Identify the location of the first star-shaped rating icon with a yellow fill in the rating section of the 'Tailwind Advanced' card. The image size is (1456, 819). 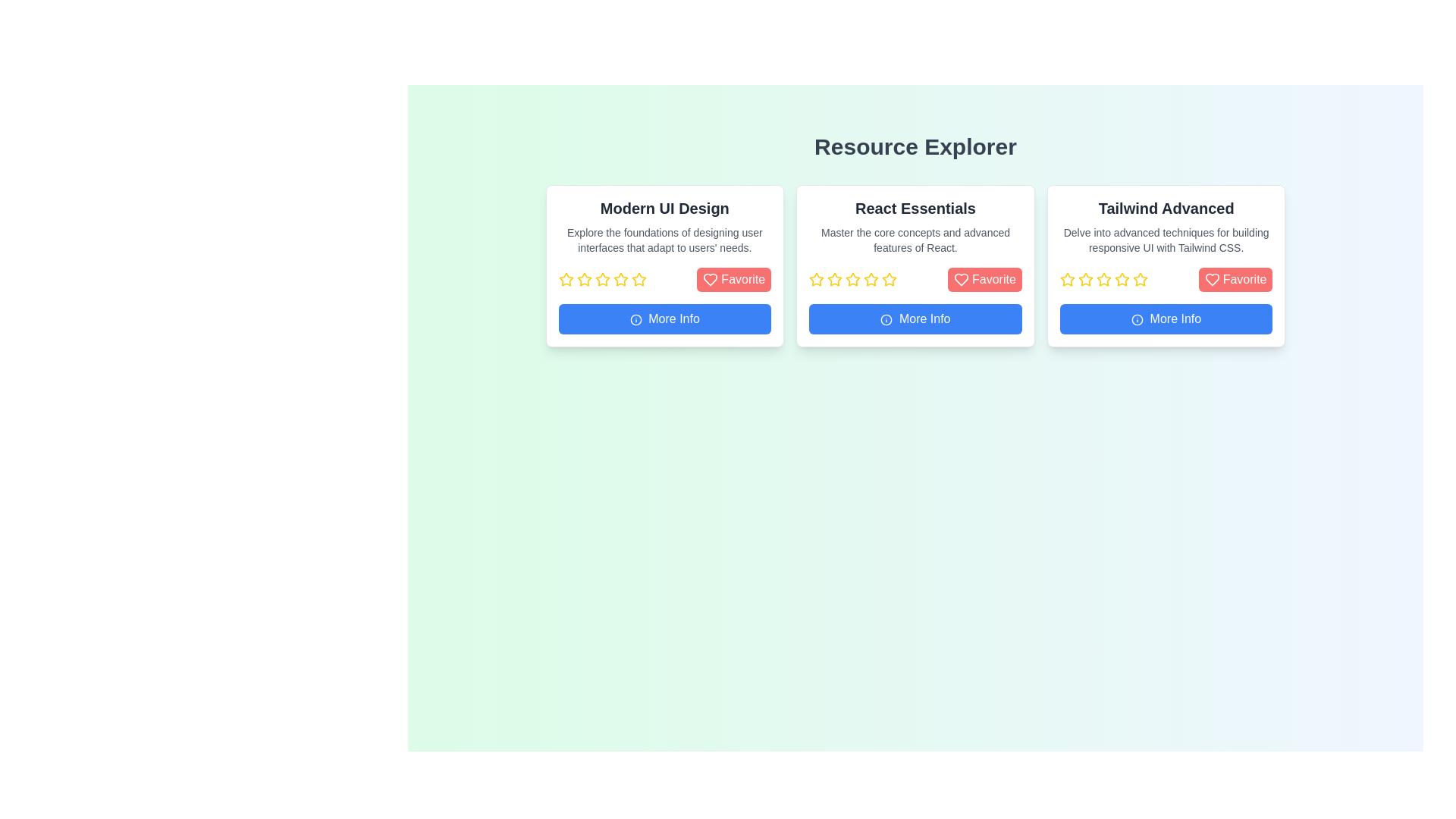
(1066, 280).